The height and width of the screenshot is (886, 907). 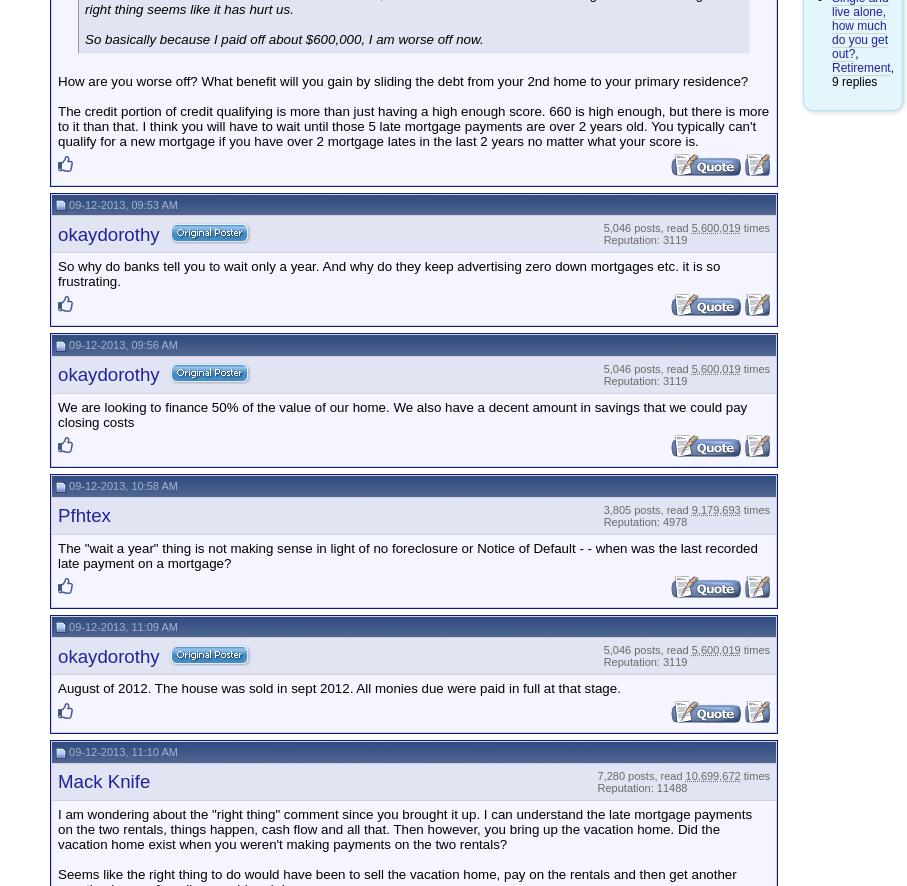 I want to click on '09-12-2013, 10:58 AM', so click(x=120, y=484).